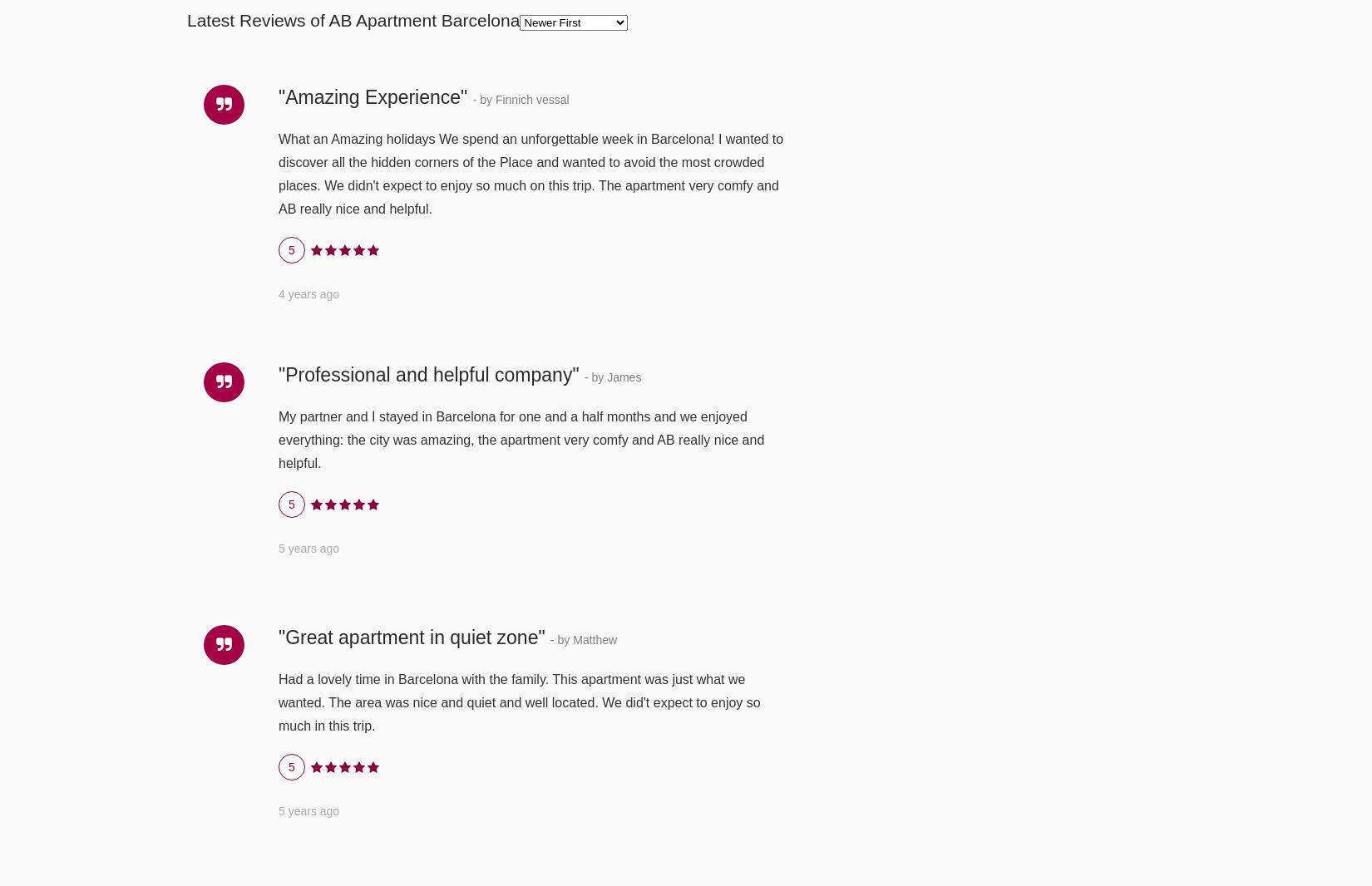 This screenshot has width=1372, height=886. Describe the element at coordinates (611, 377) in the screenshot. I see `'- by James'` at that location.